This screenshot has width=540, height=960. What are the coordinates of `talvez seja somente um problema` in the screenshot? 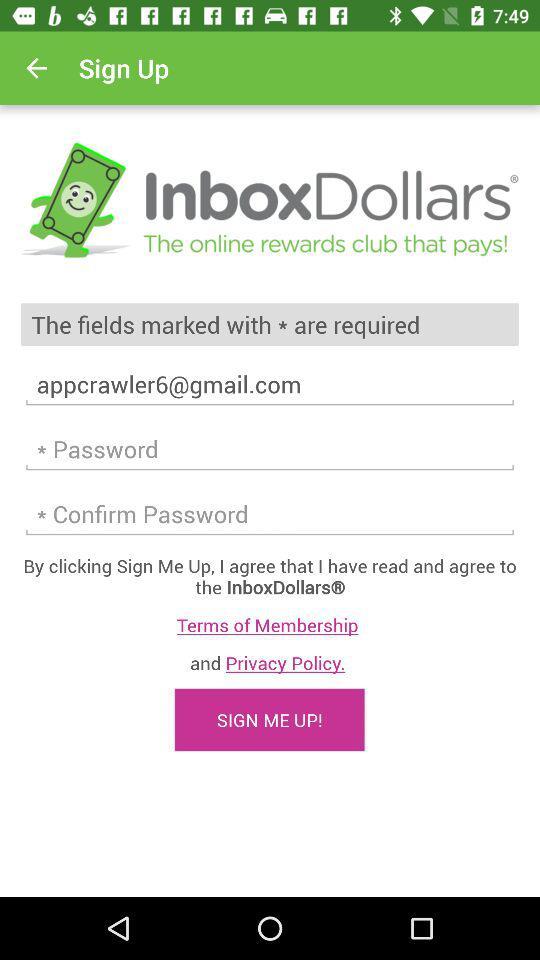 It's located at (270, 449).